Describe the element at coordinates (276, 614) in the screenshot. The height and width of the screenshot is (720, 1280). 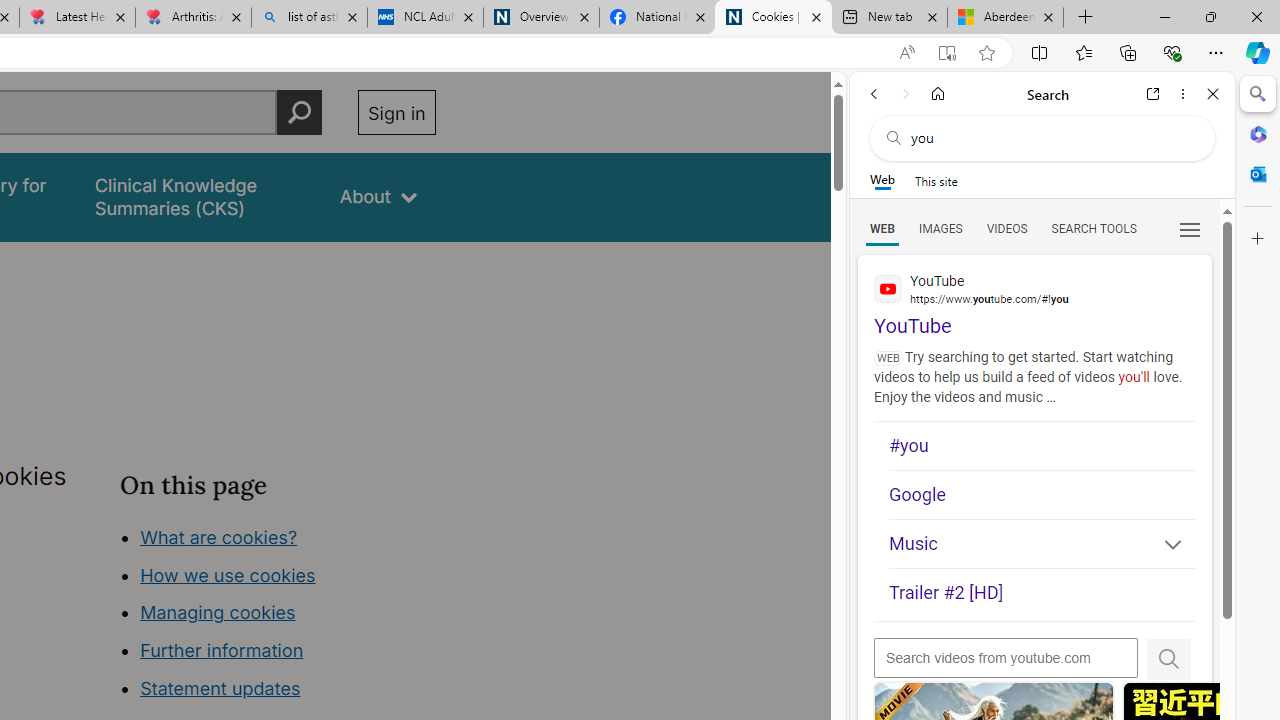
I see `'Class: in-page-nav__list'` at that location.